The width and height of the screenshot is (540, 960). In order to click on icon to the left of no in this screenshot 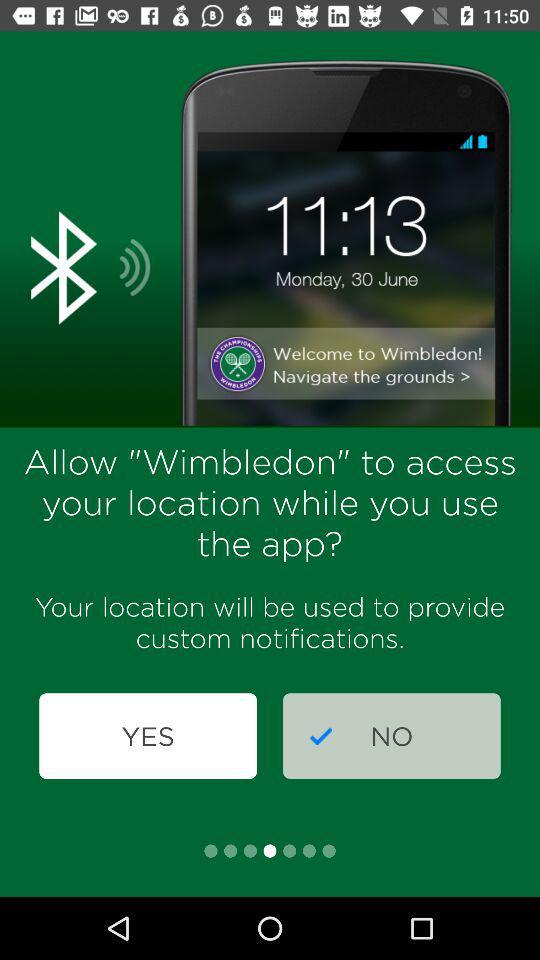, I will do `click(147, 735)`.